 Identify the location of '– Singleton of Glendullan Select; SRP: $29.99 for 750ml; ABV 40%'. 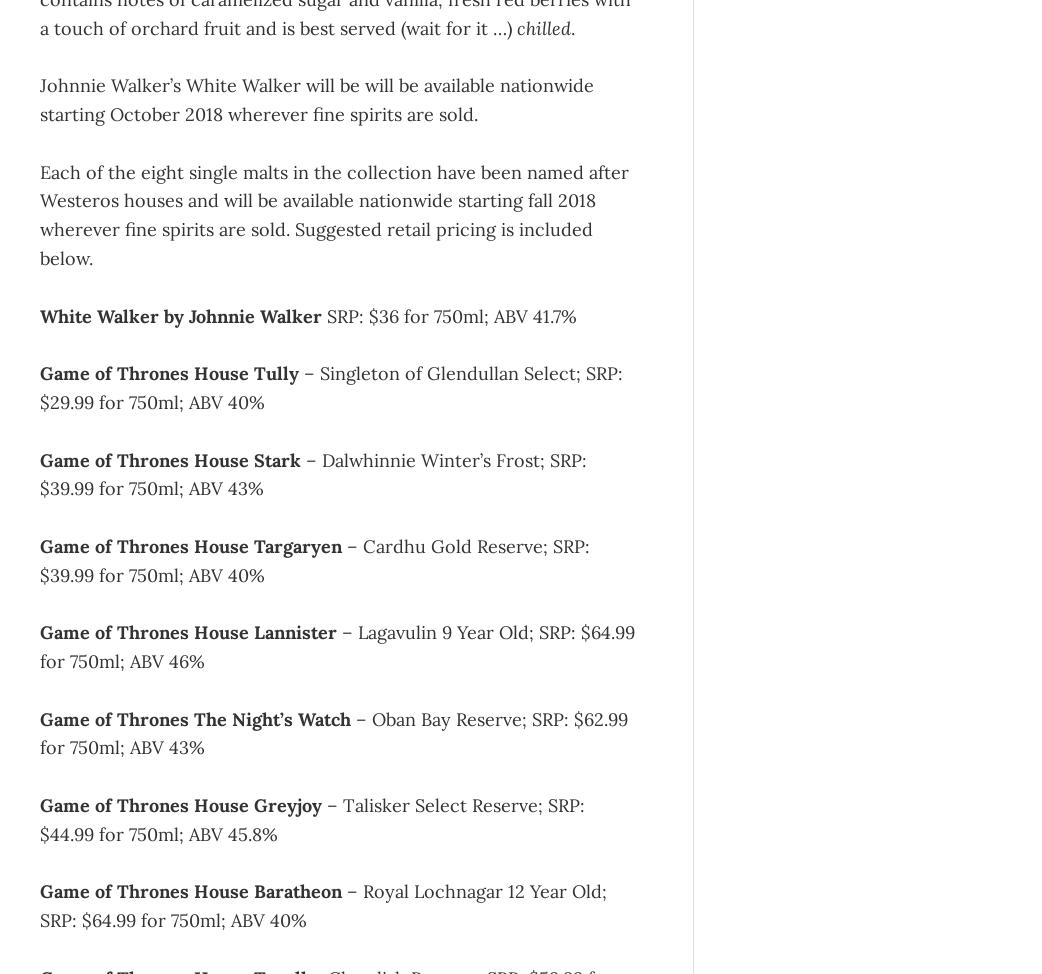
(331, 387).